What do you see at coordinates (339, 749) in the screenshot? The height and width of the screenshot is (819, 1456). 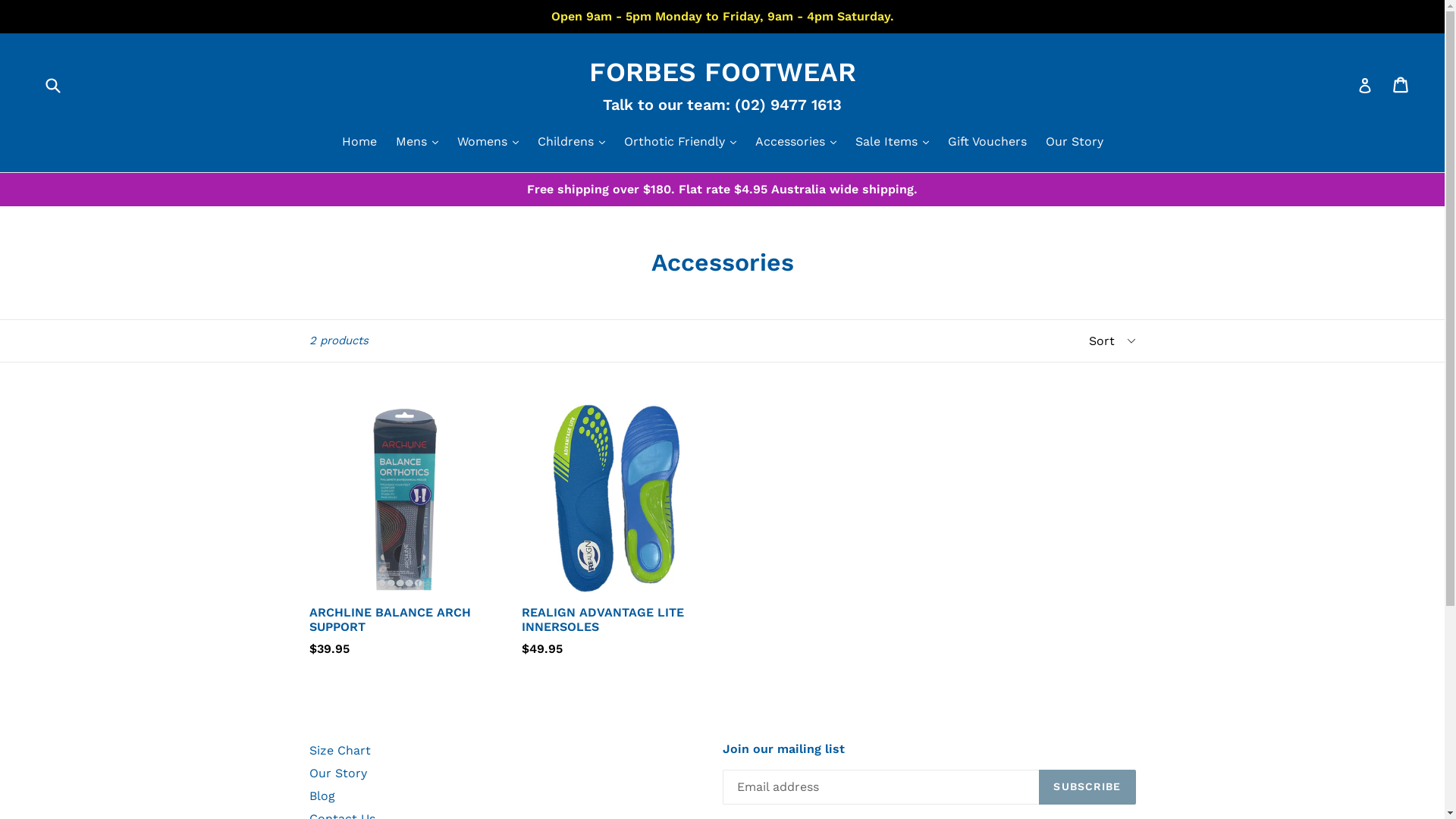 I see `'Size Chart'` at bounding box center [339, 749].